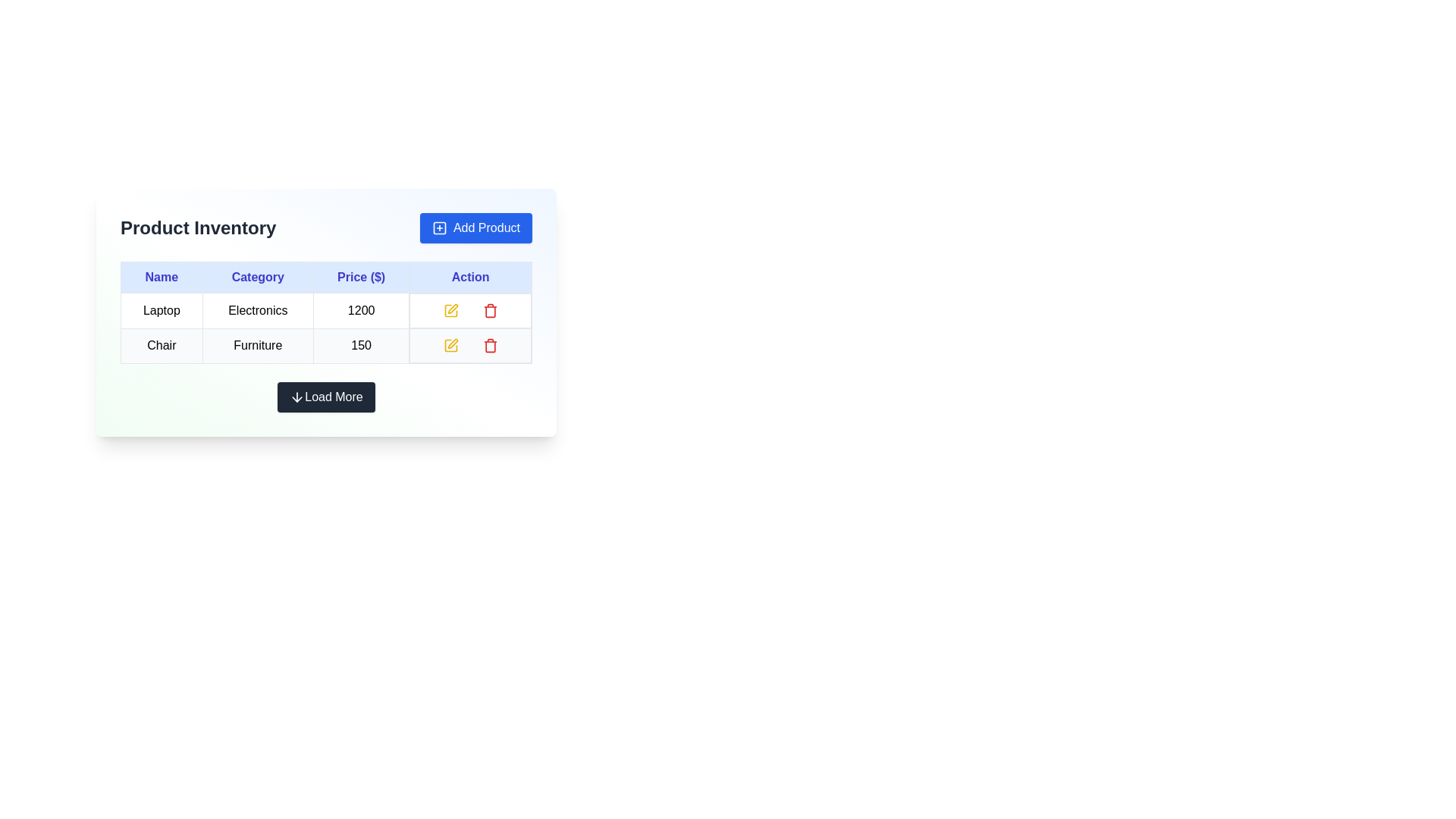  What do you see at coordinates (490, 309) in the screenshot?
I see `the trash button located in the second row of the 'Action' column of the product inventory table` at bounding box center [490, 309].